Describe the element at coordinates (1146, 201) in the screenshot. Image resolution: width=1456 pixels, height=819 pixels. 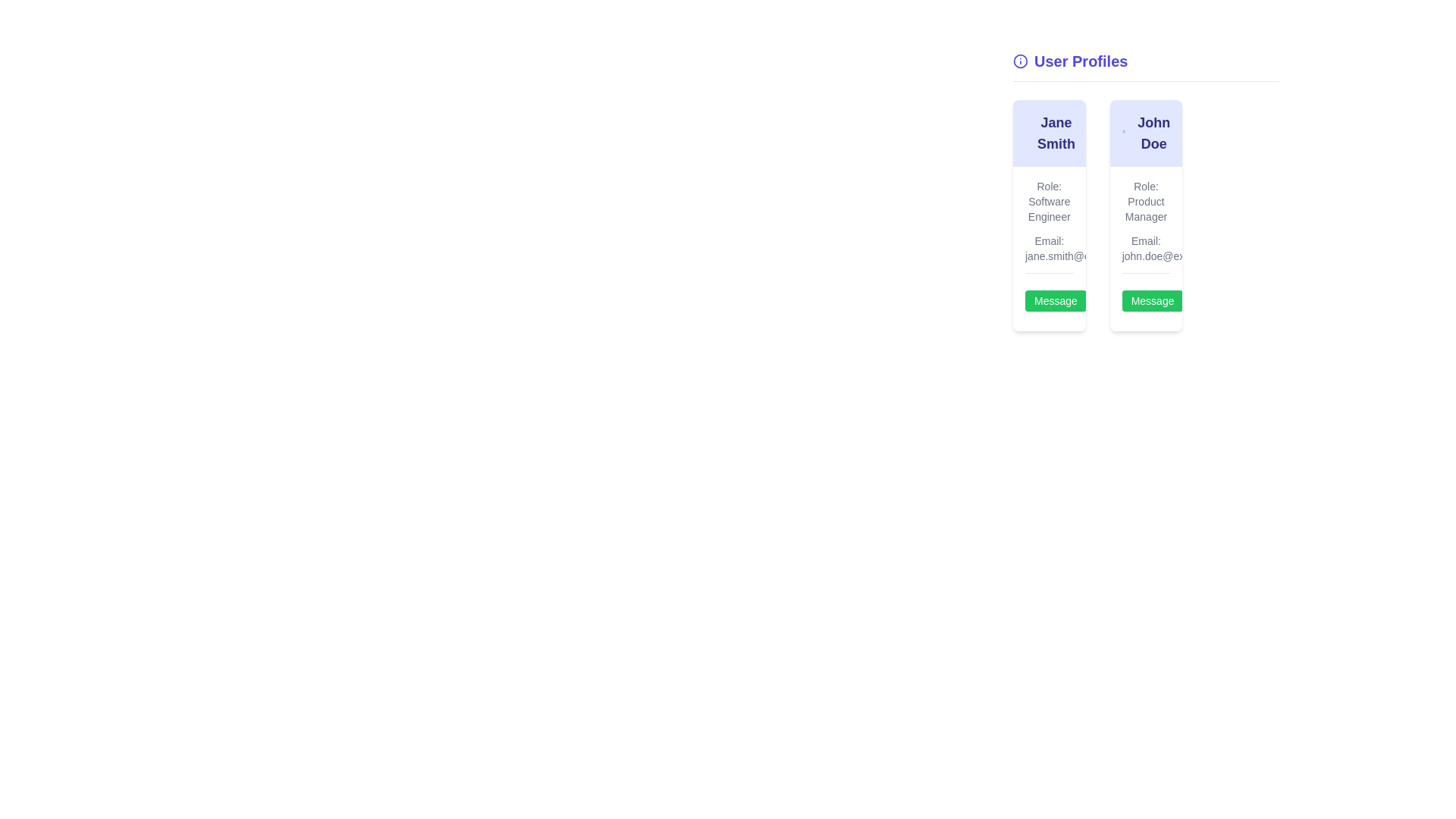
I see `the static text element displaying 'Role: Product Manager', which is styled with a smaller font size and gray color, located in the rightmost card under the 'User Profiles' section, directly below 'John Doe'` at that location.